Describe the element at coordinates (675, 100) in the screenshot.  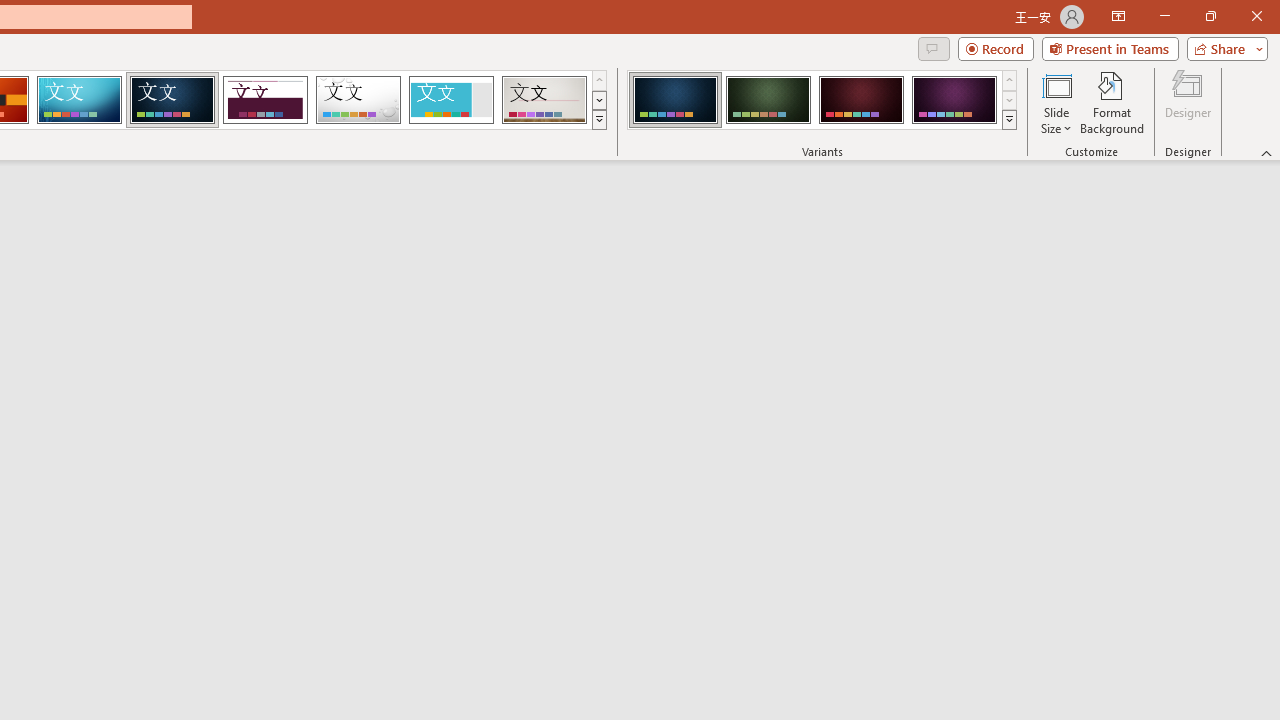
I see `'Damask Variant 1'` at that location.